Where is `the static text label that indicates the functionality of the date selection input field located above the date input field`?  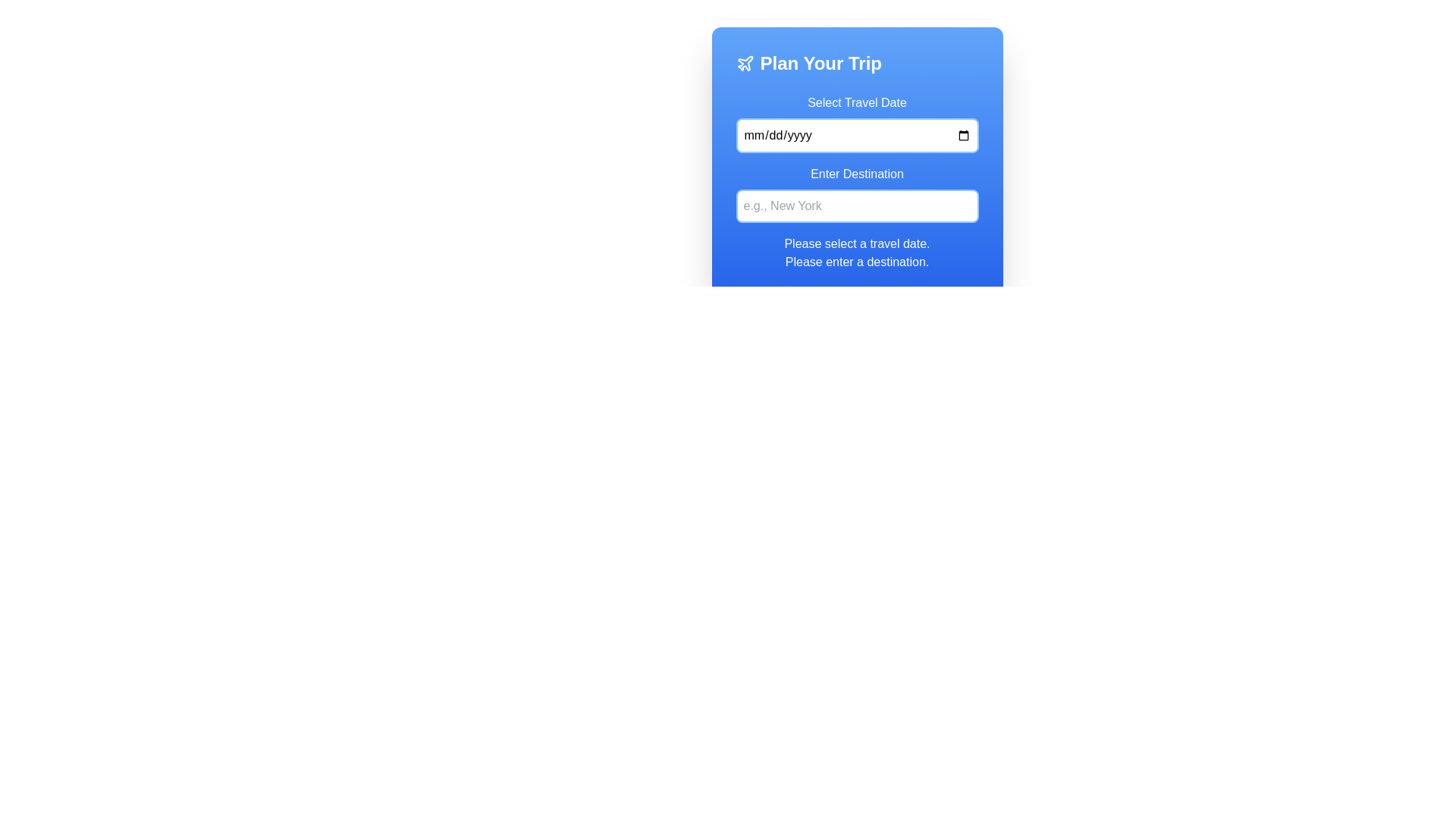 the static text label that indicates the functionality of the date selection input field located above the date input field is located at coordinates (857, 102).